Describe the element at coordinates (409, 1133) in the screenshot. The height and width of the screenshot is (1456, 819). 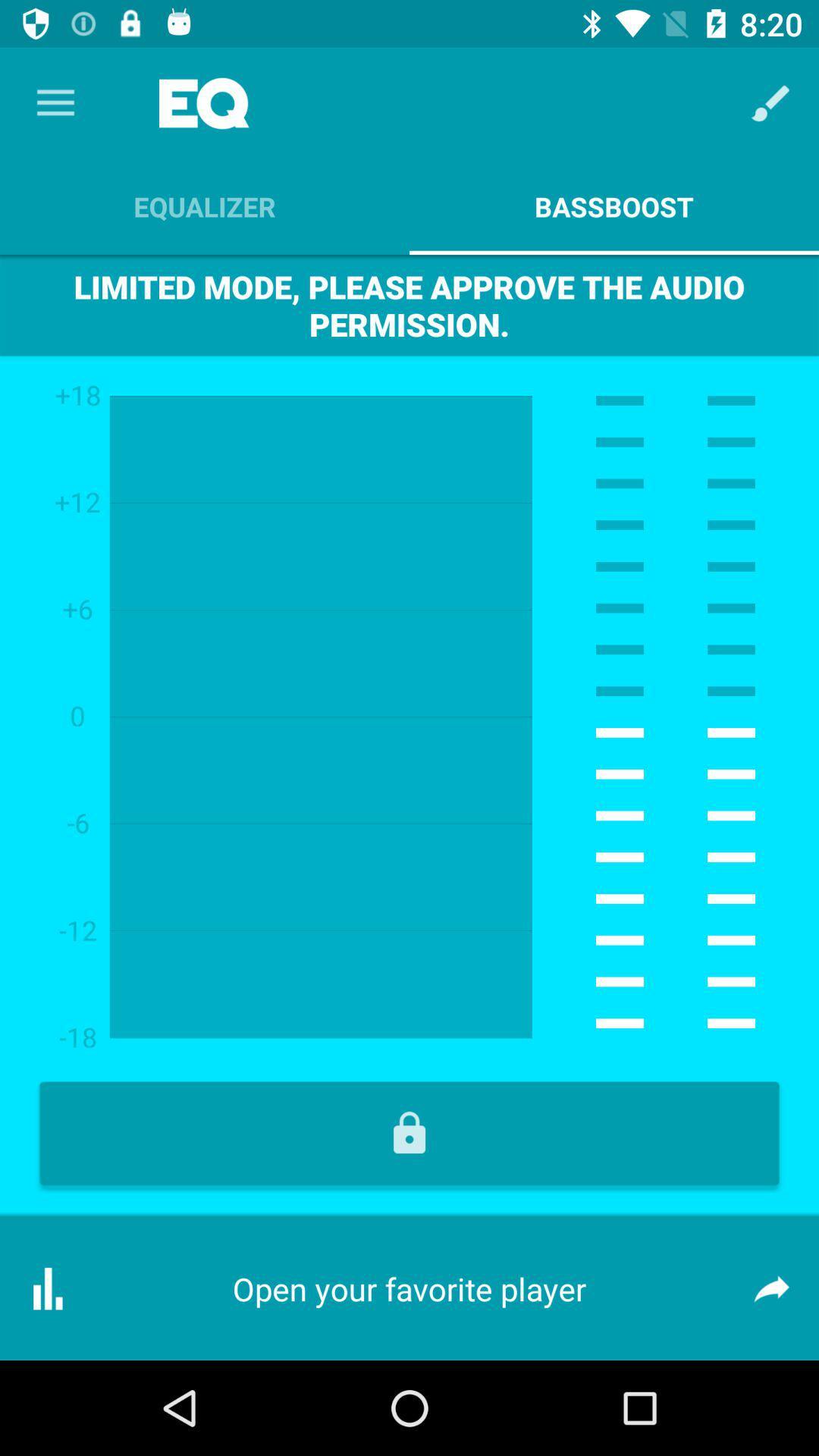
I see `lock` at that location.